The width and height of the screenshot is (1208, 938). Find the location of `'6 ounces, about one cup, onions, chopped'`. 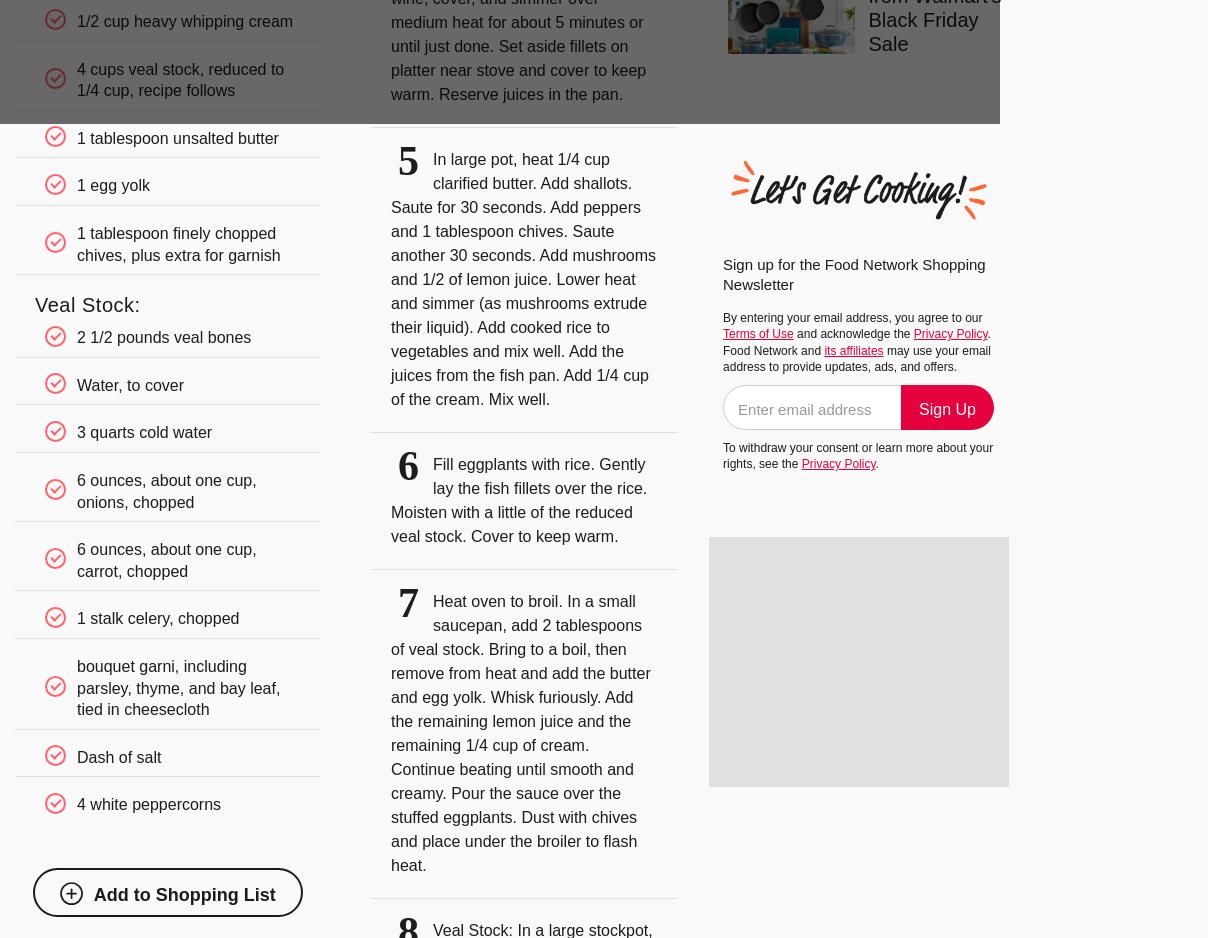

'6 ounces, about one cup, onions, chopped' is located at coordinates (166, 491).